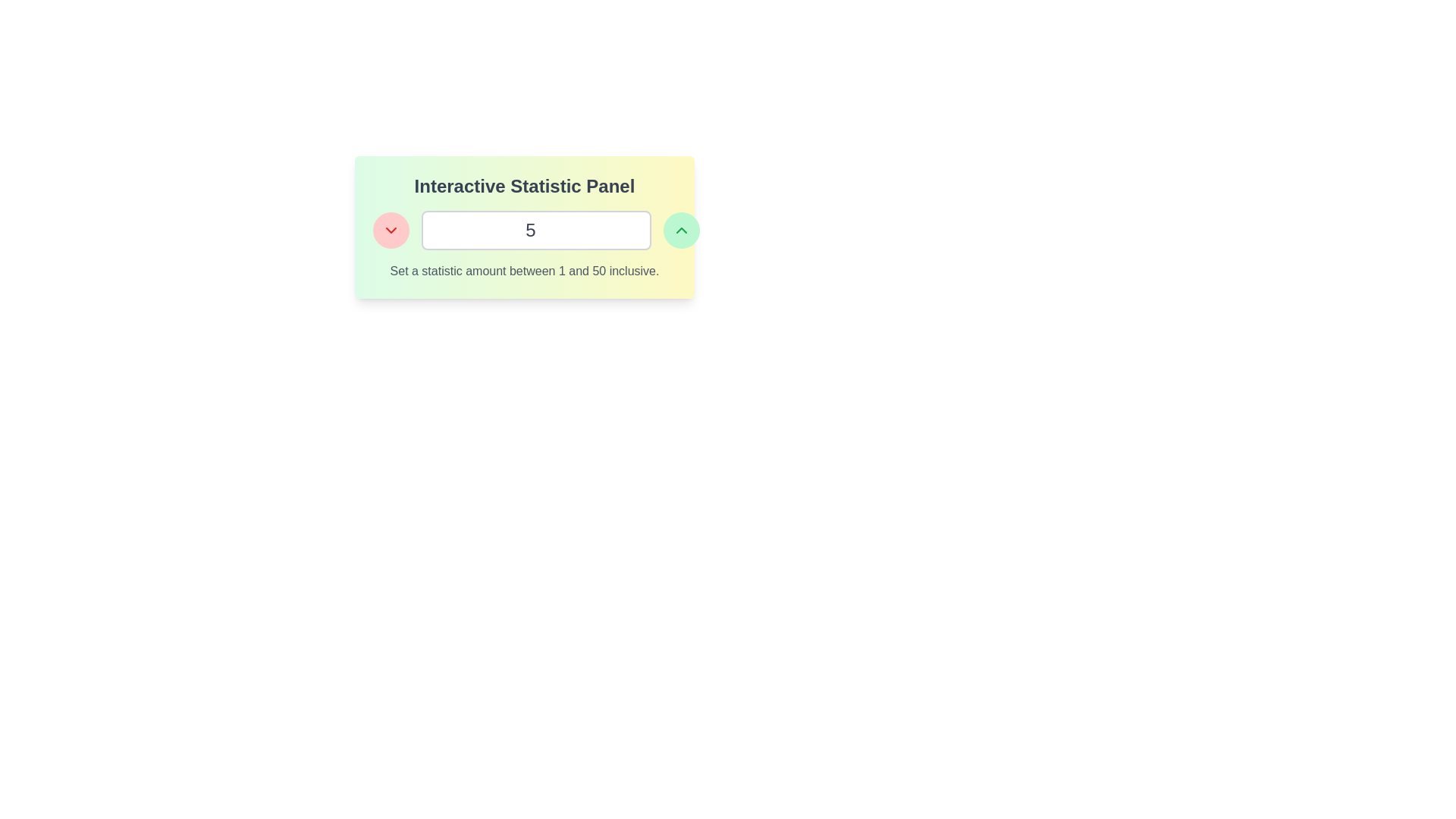  Describe the element at coordinates (524, 271) in the screenshot. I see `the Text Label that provides instructions for the numerical input field above it, located just below the numerical input box and arrow buttons` at that location.